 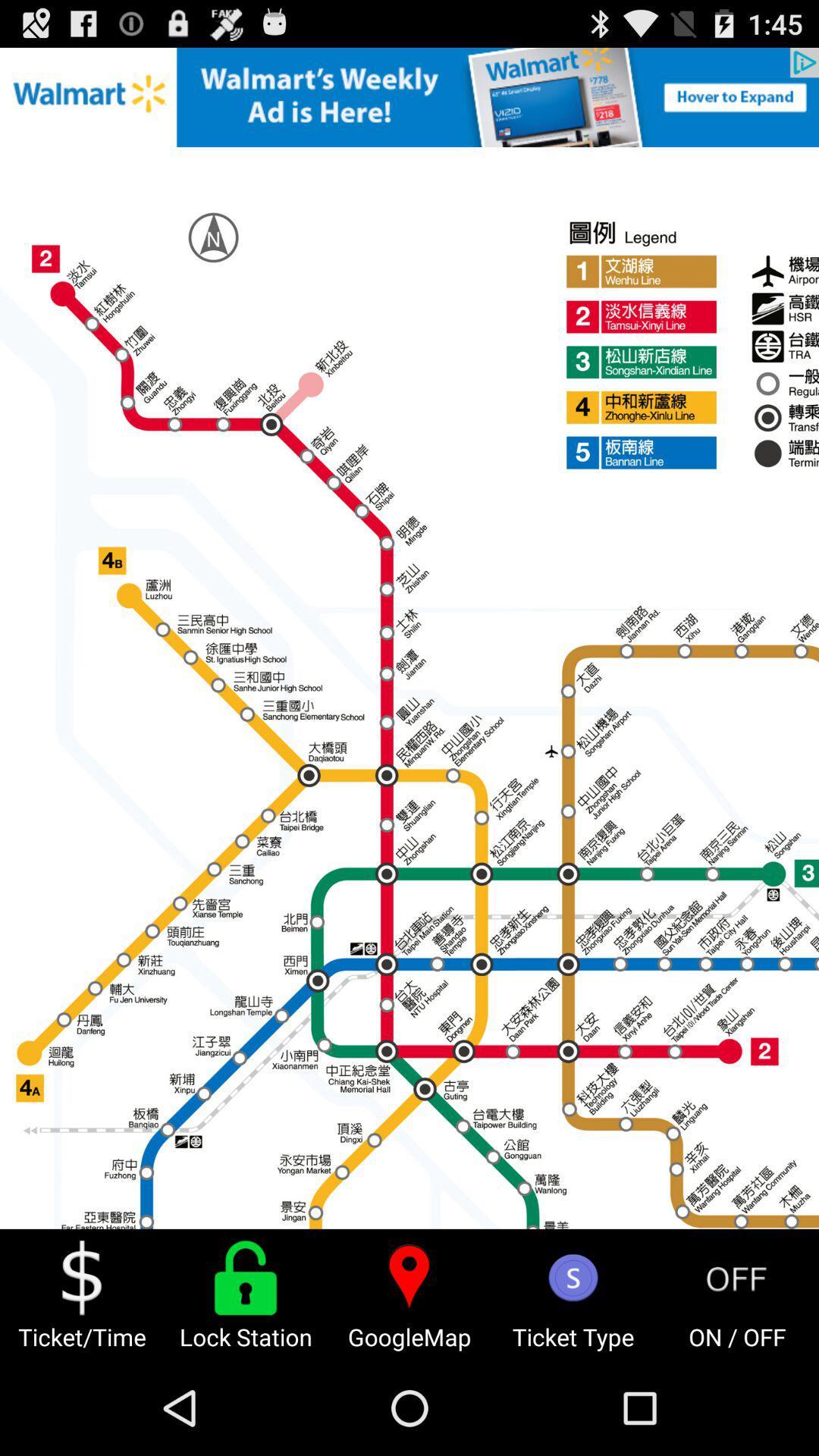 What do you see at coordinates (409, 638) in the screenshot?
I see `content area` at bounding box center [409, 638].